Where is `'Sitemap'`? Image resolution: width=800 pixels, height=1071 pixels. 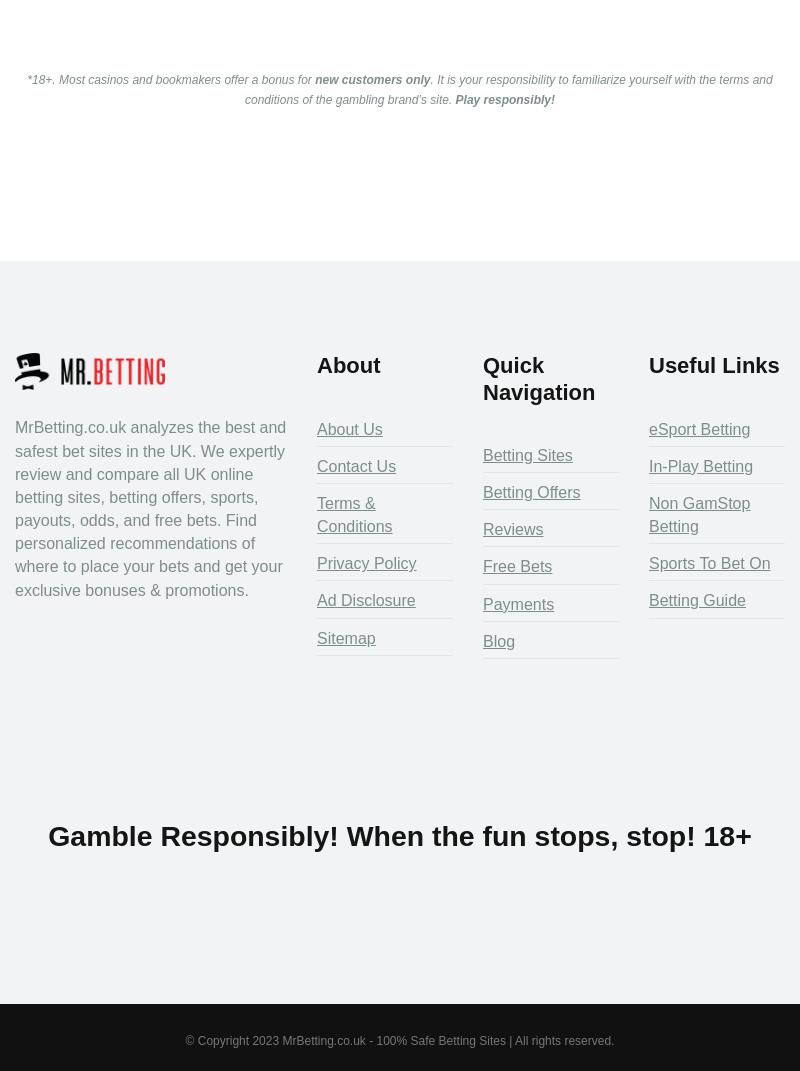
'Sitemap' is located at coordinates (315, 636).